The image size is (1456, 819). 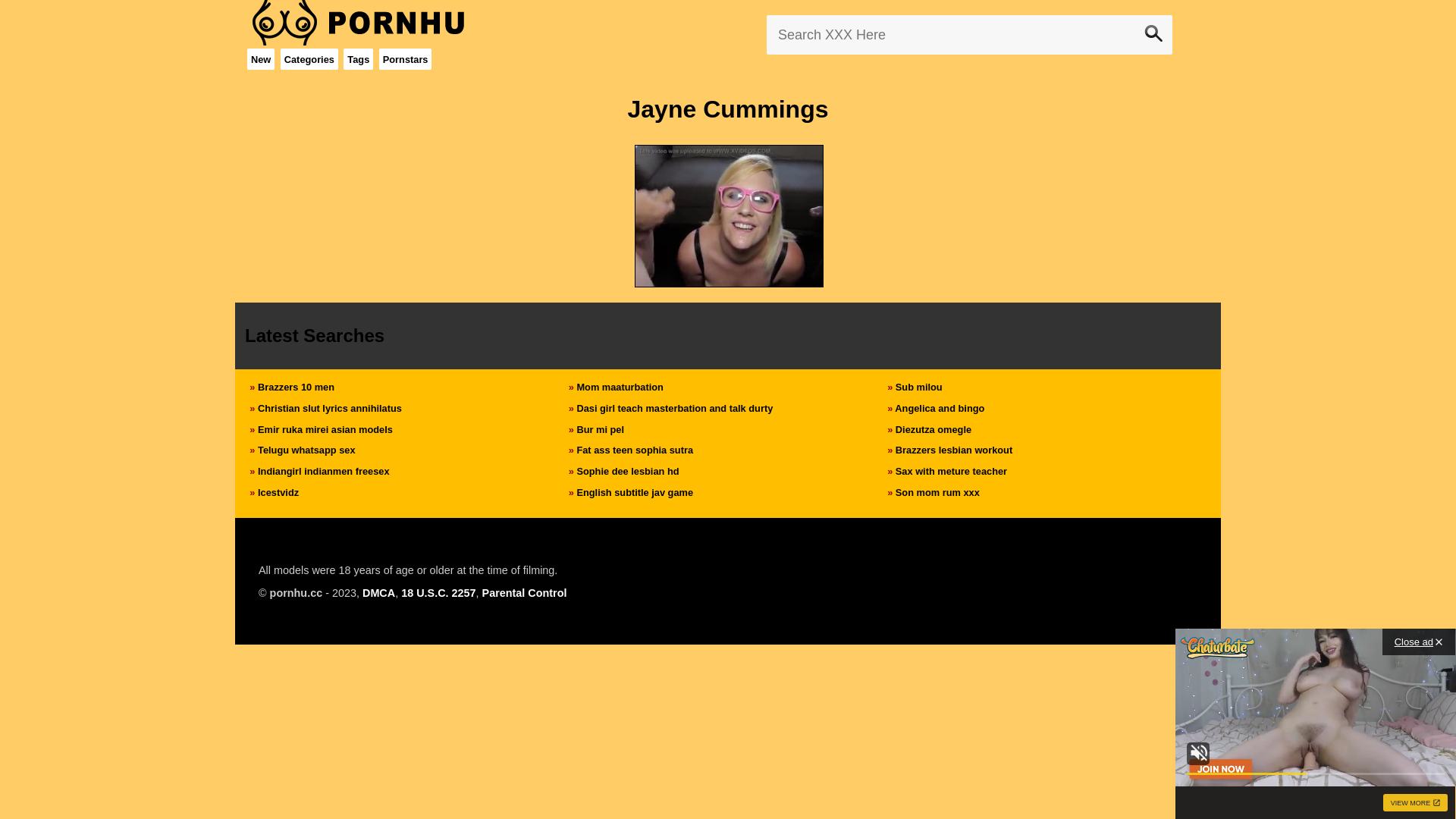 I want to click on 'pornhu.cc', so click(x=296, y=592).